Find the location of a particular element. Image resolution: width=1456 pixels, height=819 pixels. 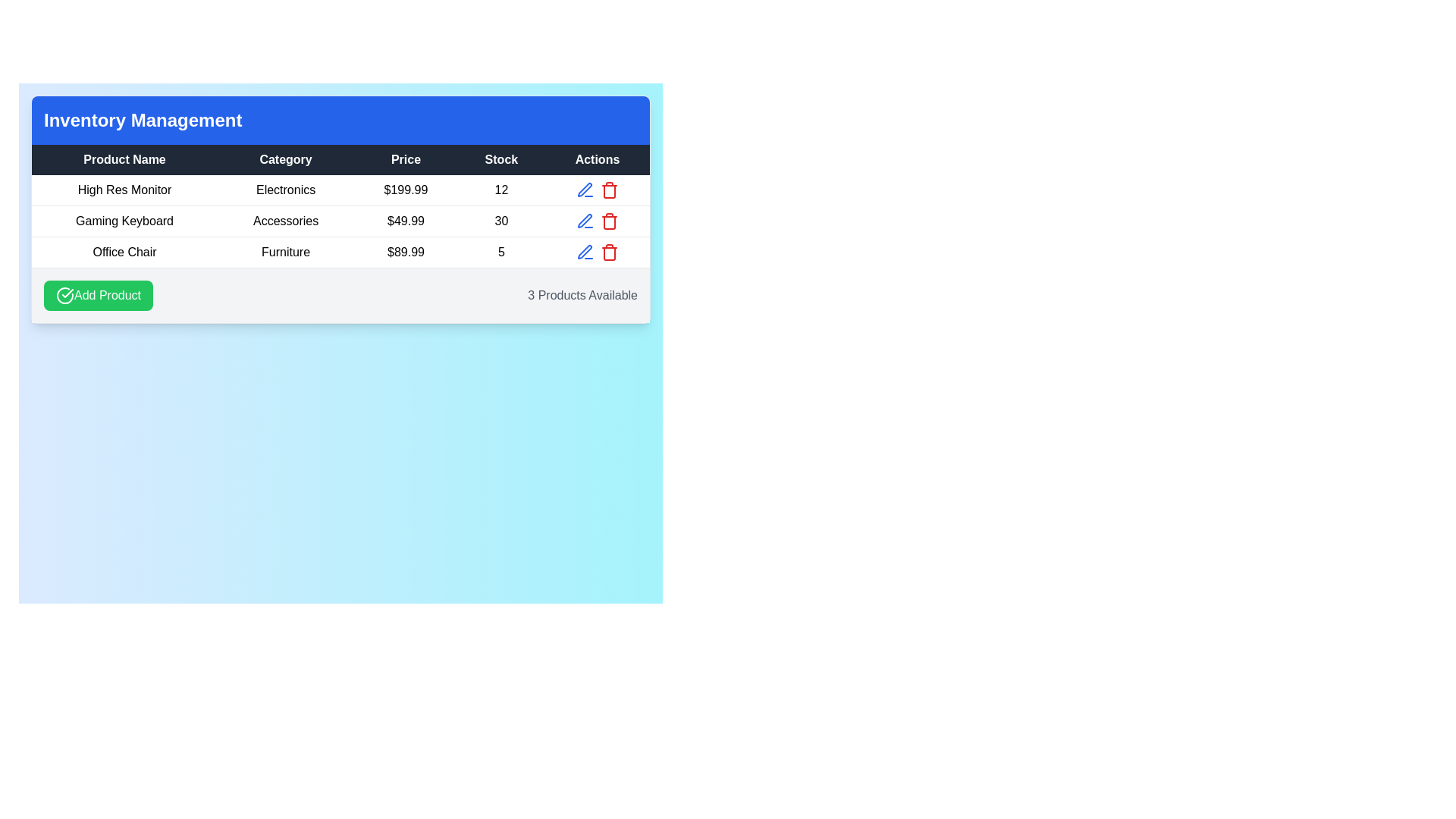

the visual representation of success by focusing on the checkmark graphic element located within the 'Add Product' button area is located at coordinates (67, 293).